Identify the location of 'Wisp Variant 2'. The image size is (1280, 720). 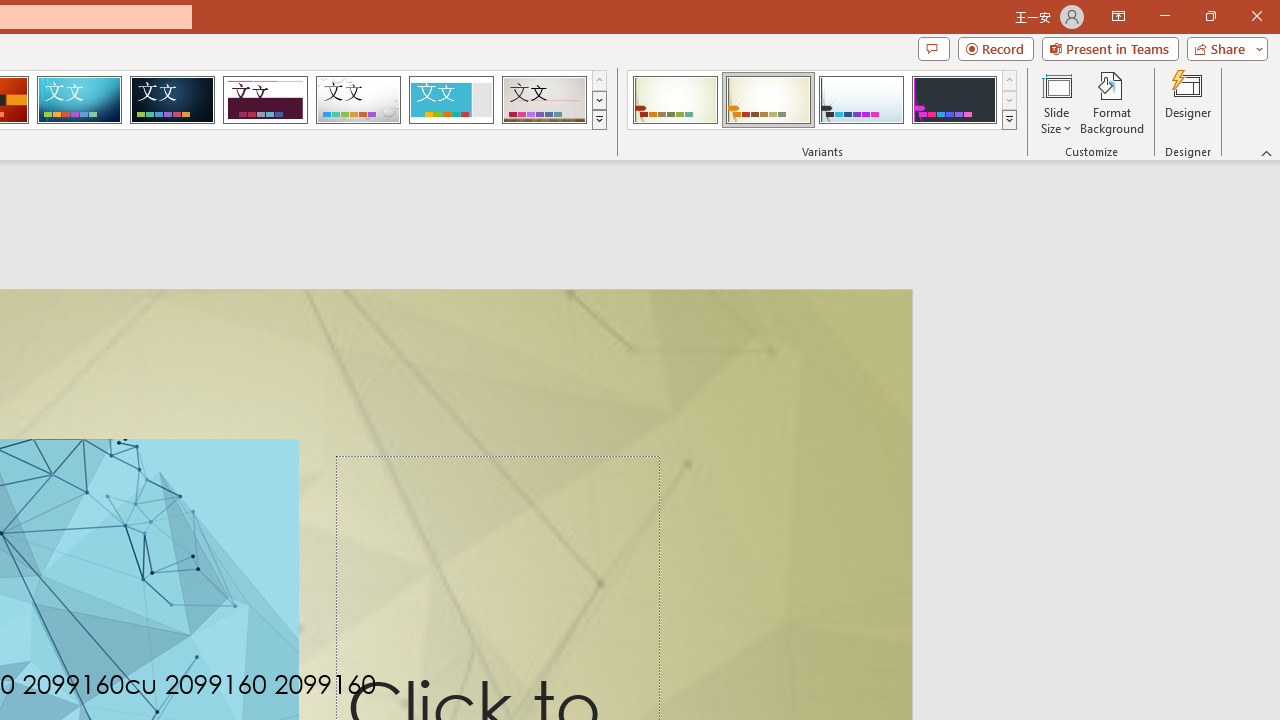
(767, 100).